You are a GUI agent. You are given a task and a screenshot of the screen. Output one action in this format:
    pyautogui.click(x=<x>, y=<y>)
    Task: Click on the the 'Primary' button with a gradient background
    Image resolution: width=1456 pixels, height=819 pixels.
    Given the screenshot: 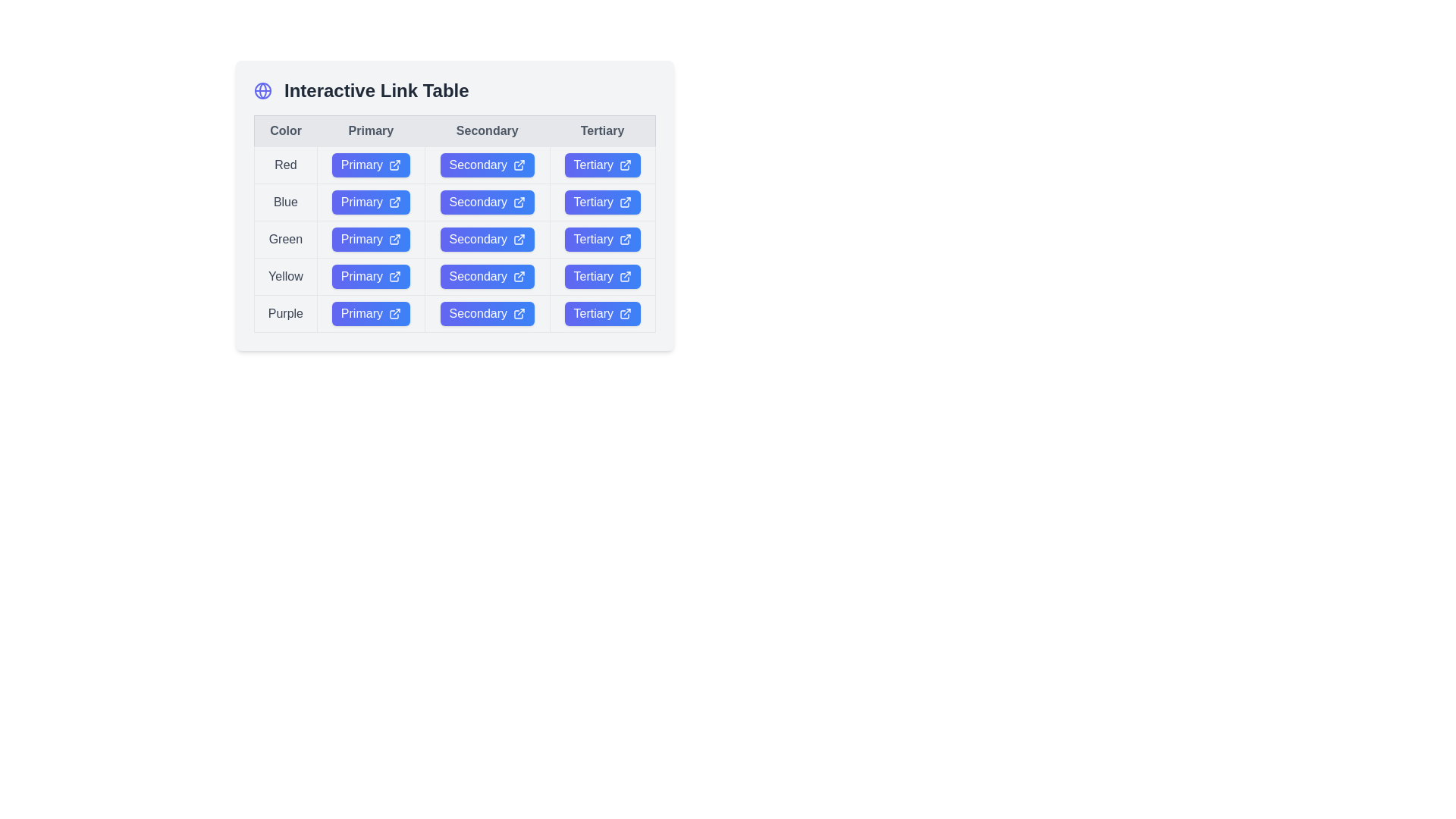 What is the action you would take?
    pyautogui.click(x=371, y=165)
    